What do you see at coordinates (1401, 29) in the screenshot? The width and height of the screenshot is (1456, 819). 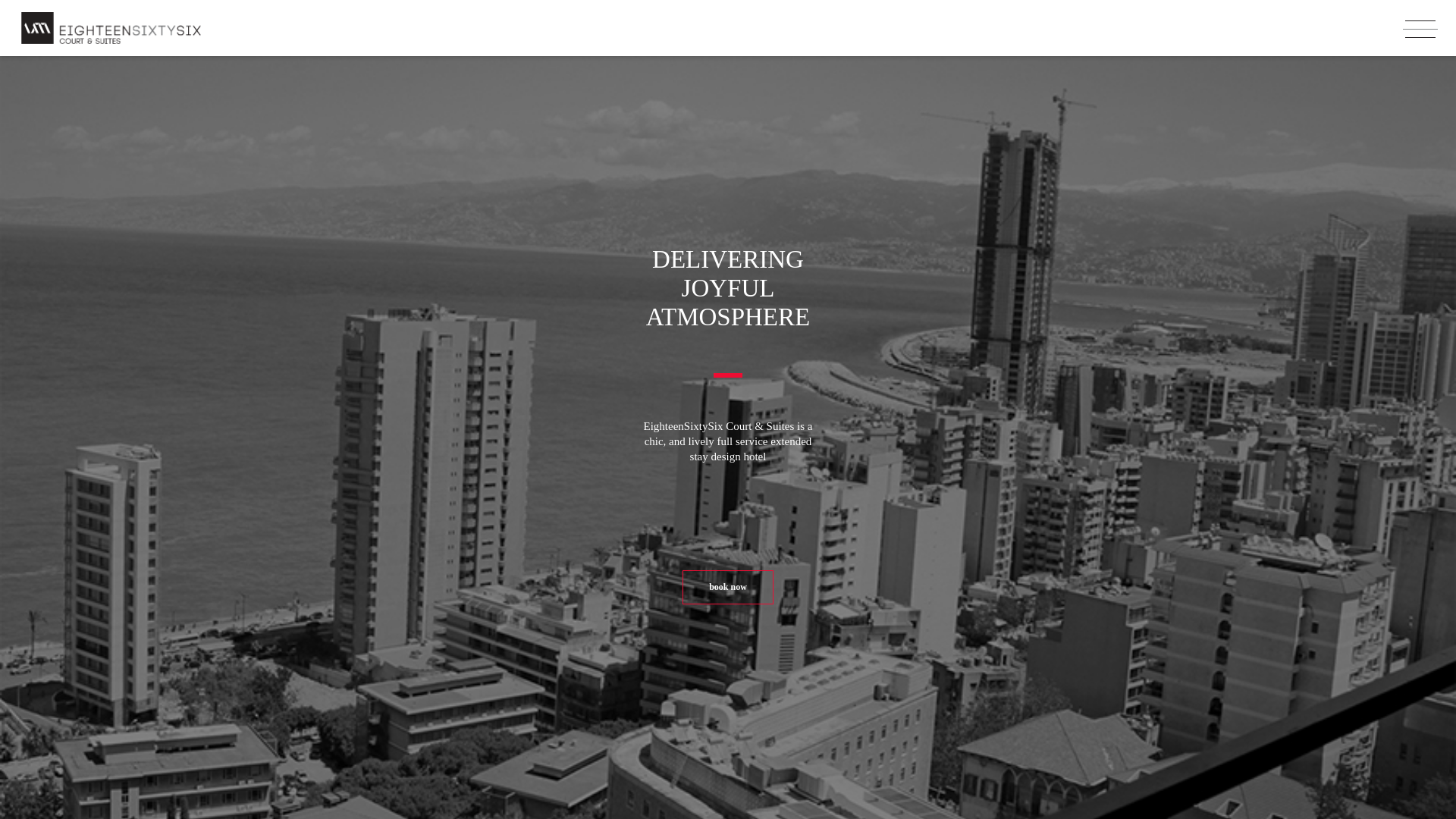 I see `'menu'` at bounding box center [1401, 29].